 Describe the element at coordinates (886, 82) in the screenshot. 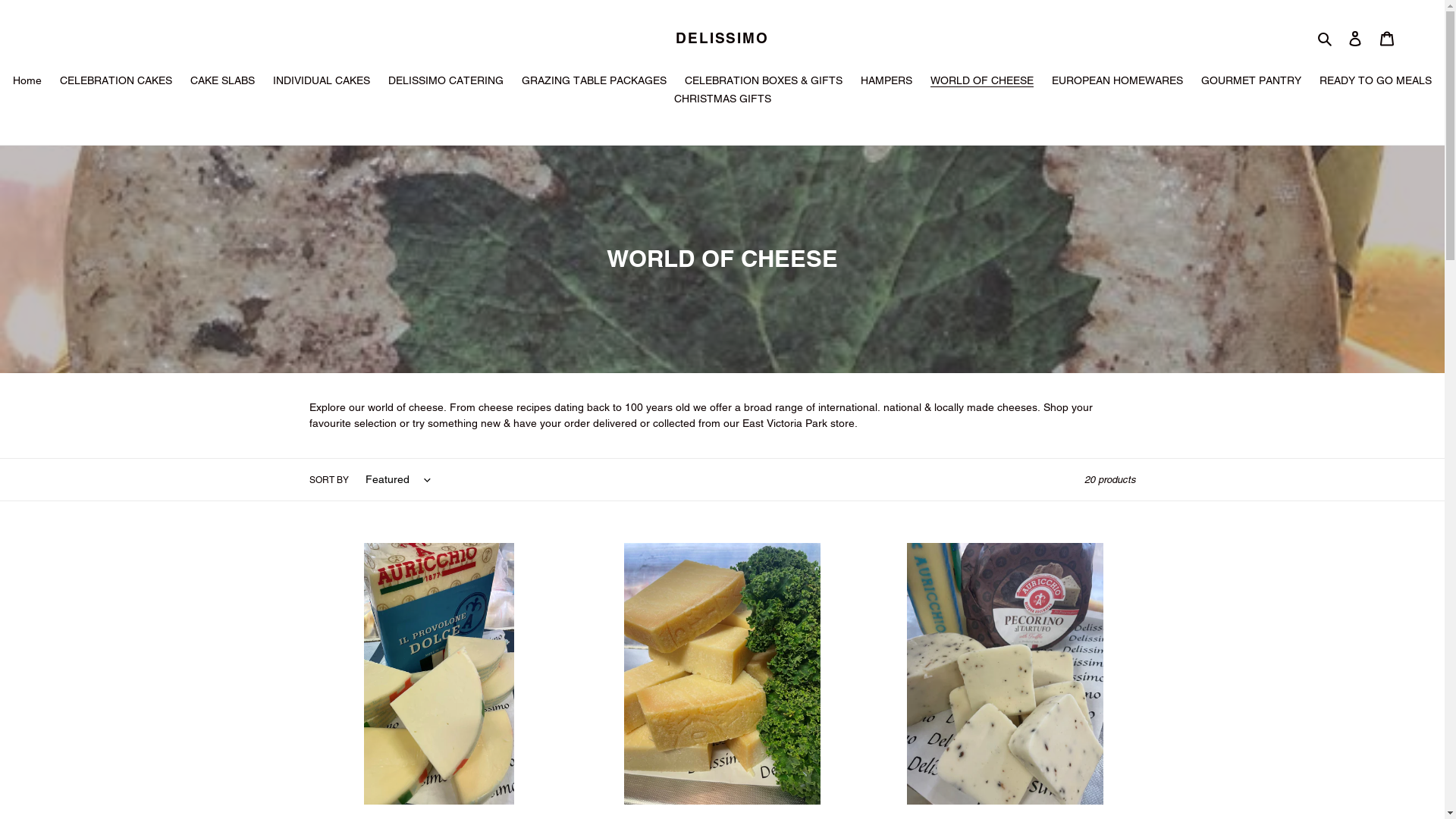

I see `'HAMPERS'` at that location.